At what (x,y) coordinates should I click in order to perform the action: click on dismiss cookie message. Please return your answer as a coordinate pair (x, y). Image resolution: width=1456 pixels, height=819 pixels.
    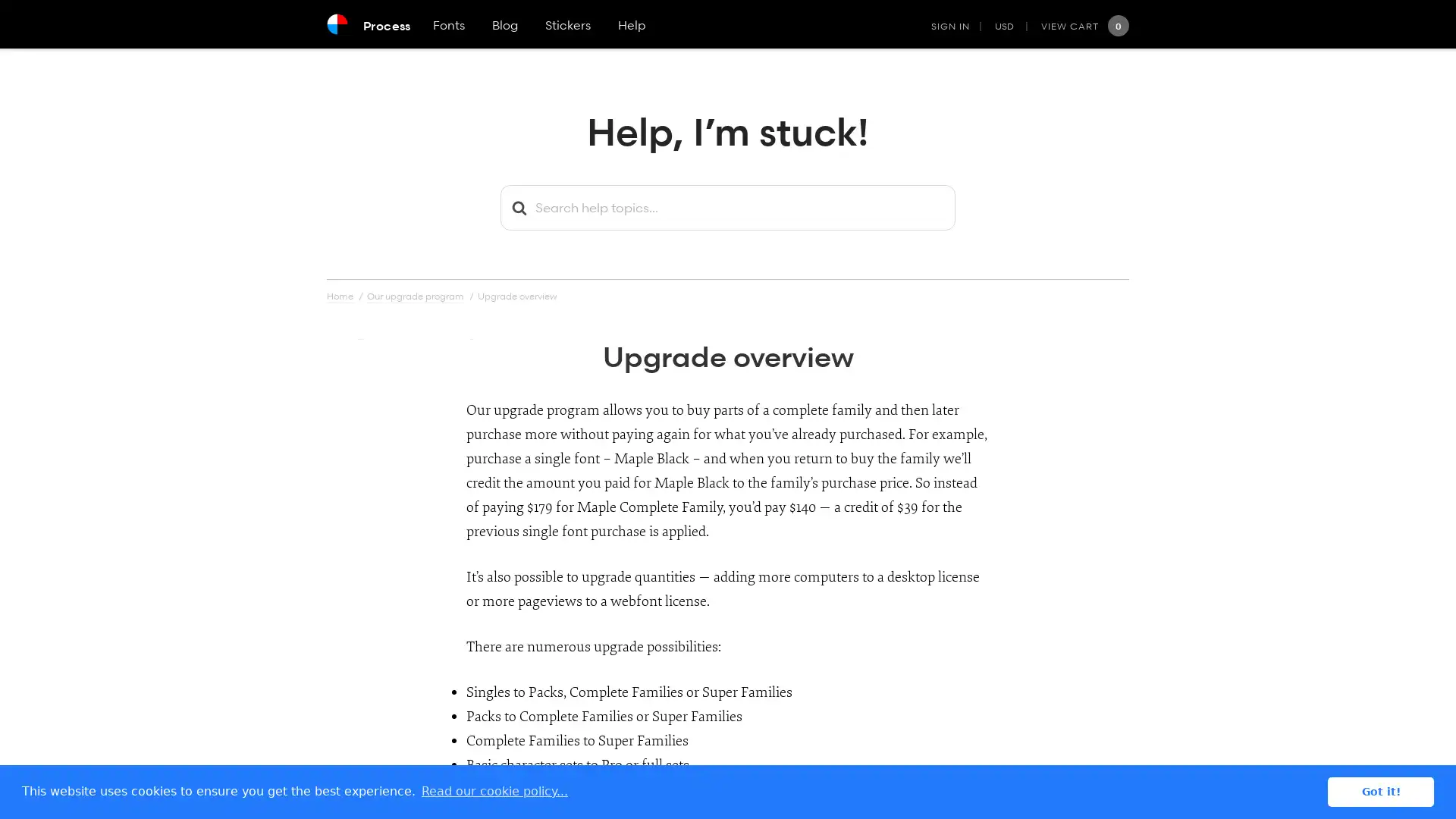
    Looking at the image, I should click on (1380, 791).